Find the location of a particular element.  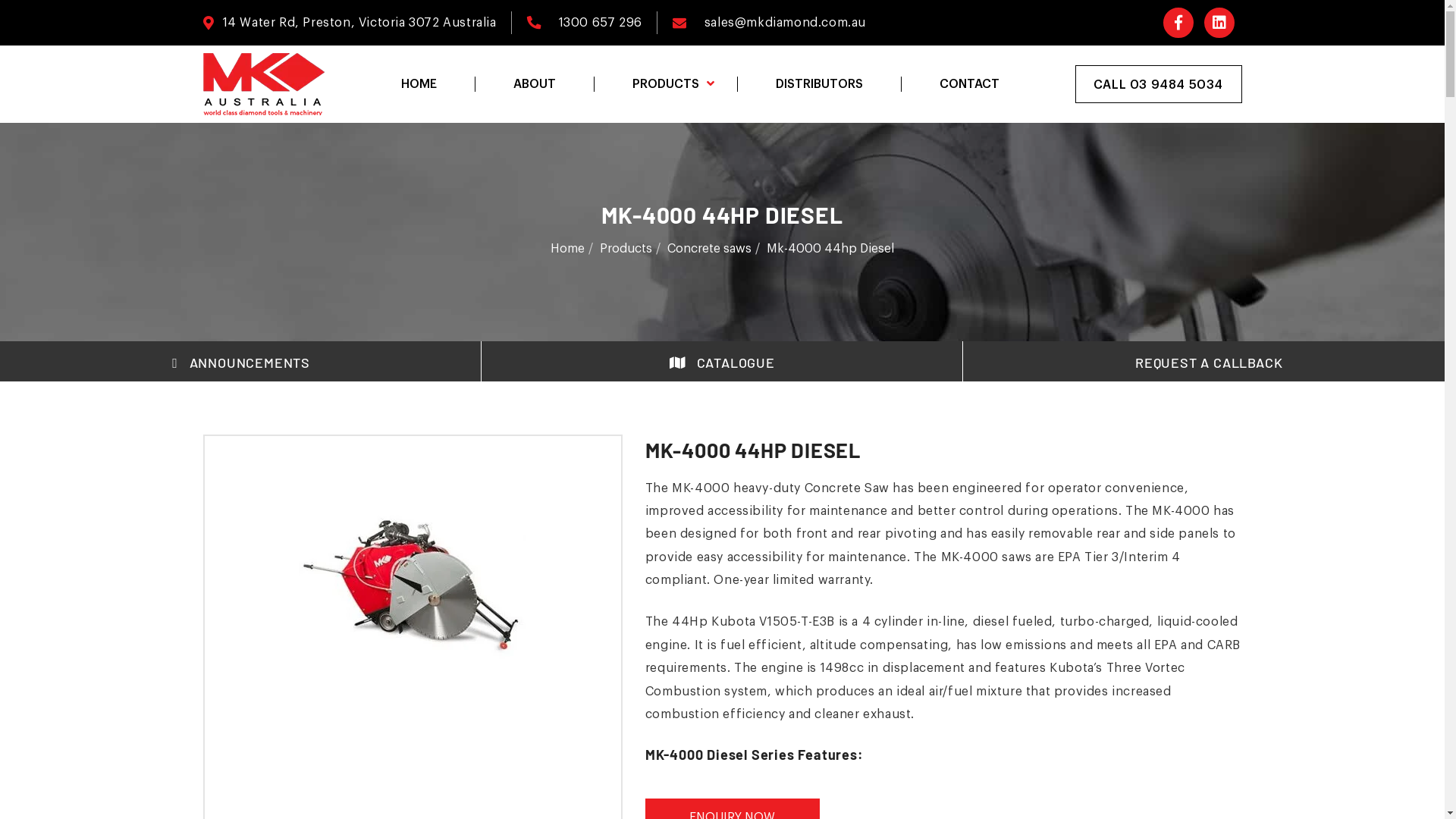

'PRODUCTS' is located at coordinates (664, 84).